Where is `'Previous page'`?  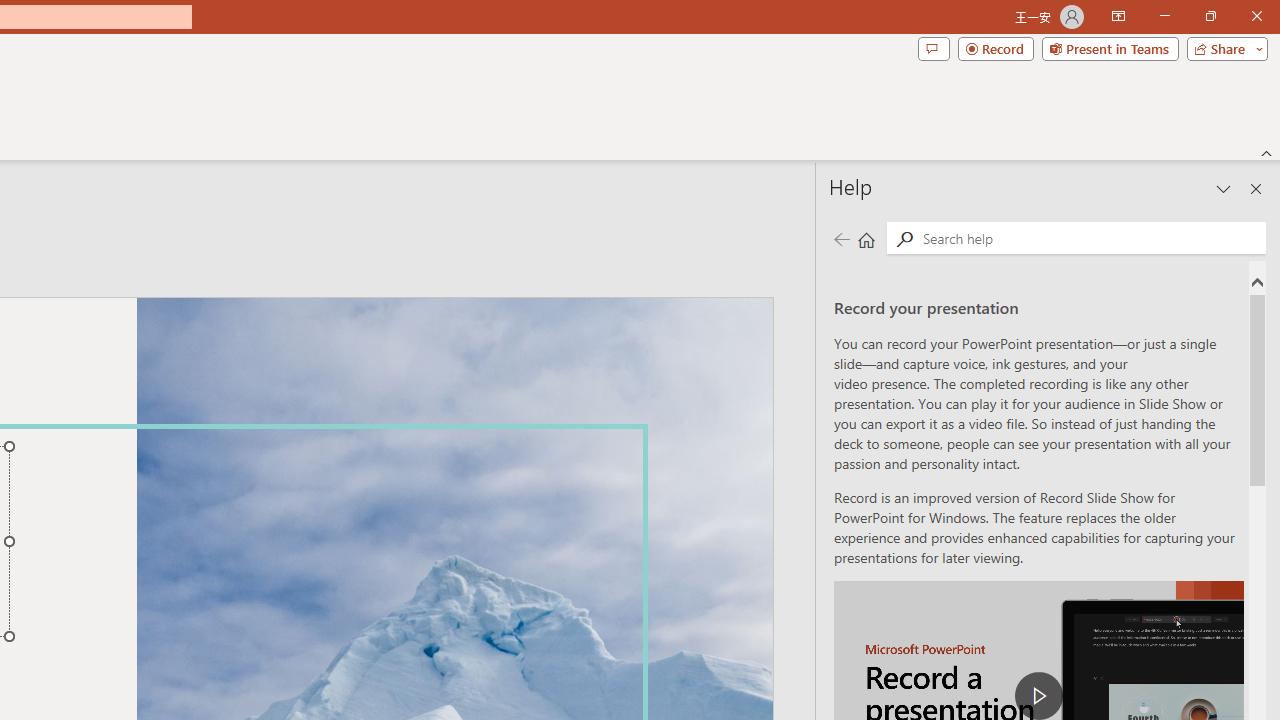
'Previous page' is located at coordinates (841, 238).